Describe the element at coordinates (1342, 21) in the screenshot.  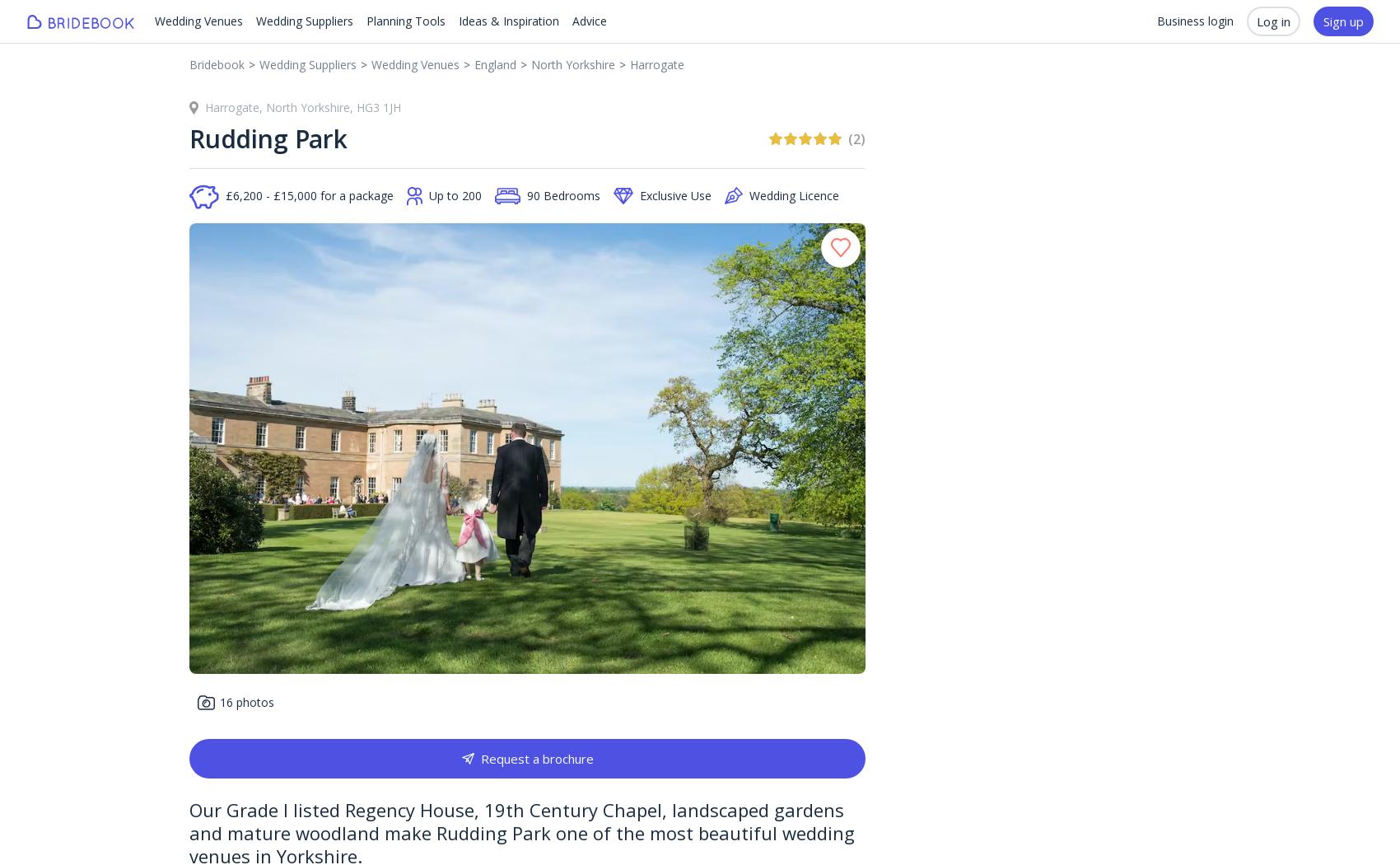
I see `'Sign up'` at that location.